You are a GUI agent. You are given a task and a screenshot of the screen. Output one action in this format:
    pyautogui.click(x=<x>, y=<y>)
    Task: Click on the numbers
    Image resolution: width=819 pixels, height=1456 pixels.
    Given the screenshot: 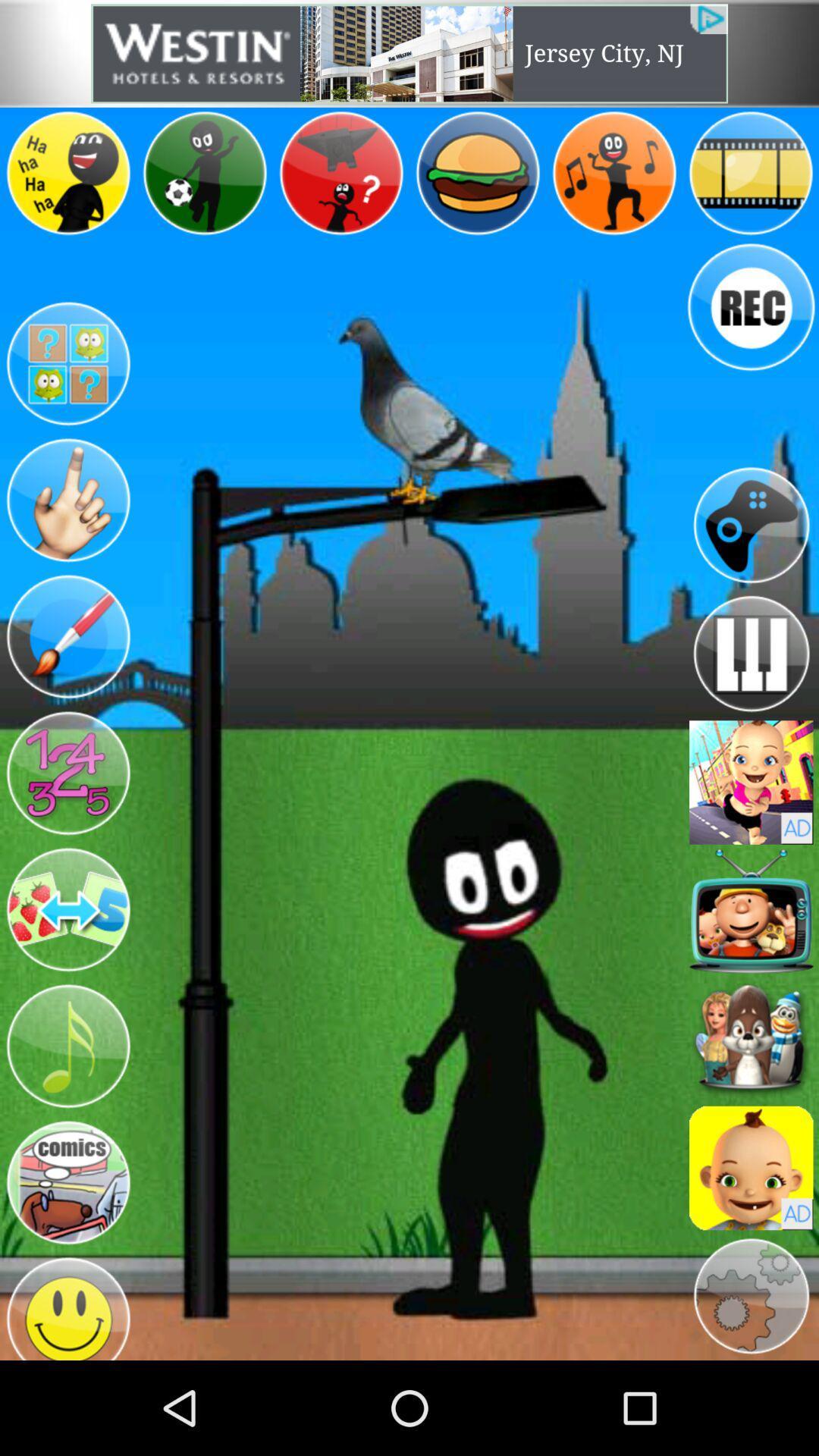 What is the action you would take?
    pyautogui.click(x=67, y=773)
    